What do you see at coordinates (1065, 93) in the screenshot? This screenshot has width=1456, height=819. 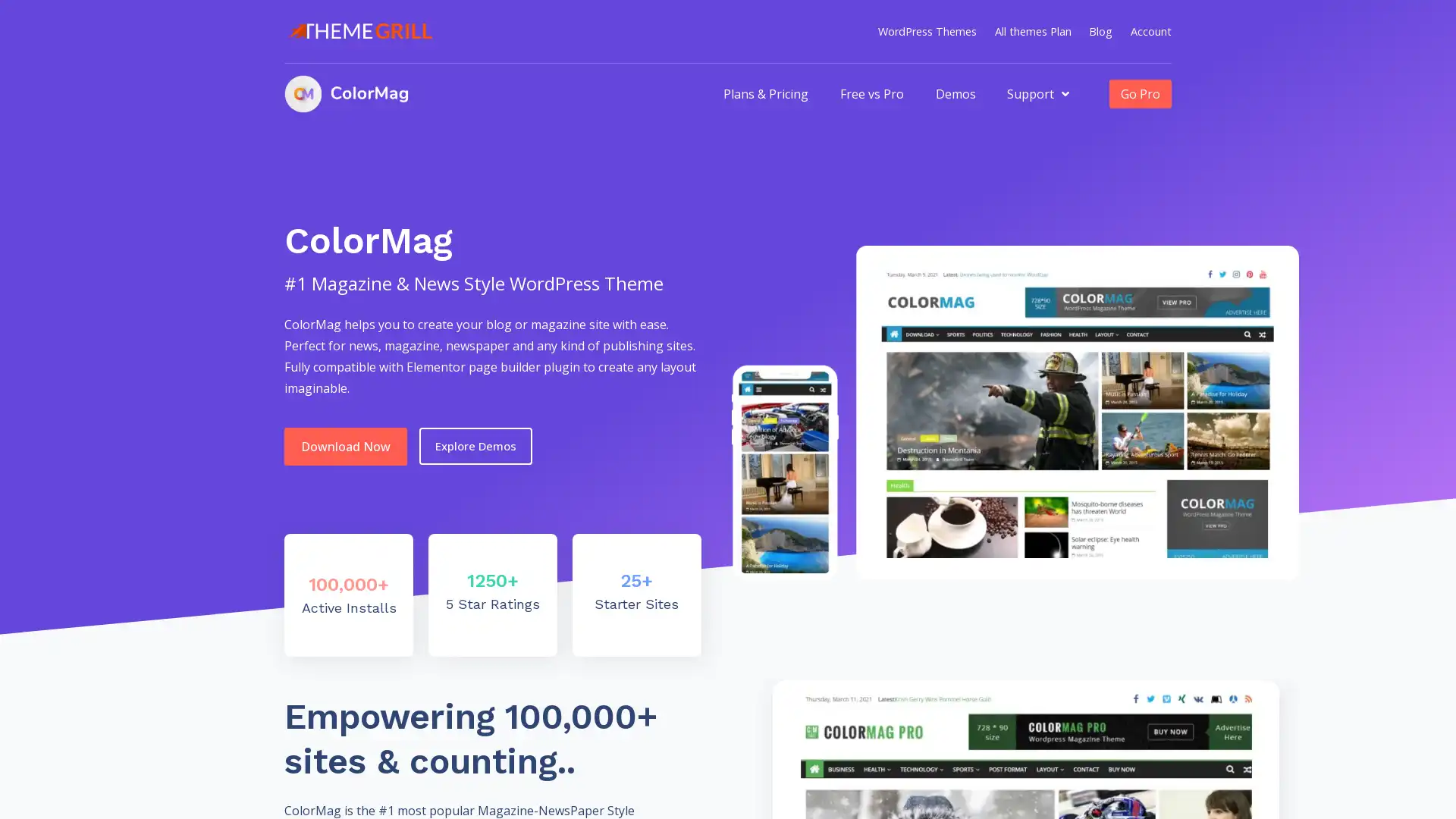 I see `Show submenu of Support` at bounding box center [1065, 93].